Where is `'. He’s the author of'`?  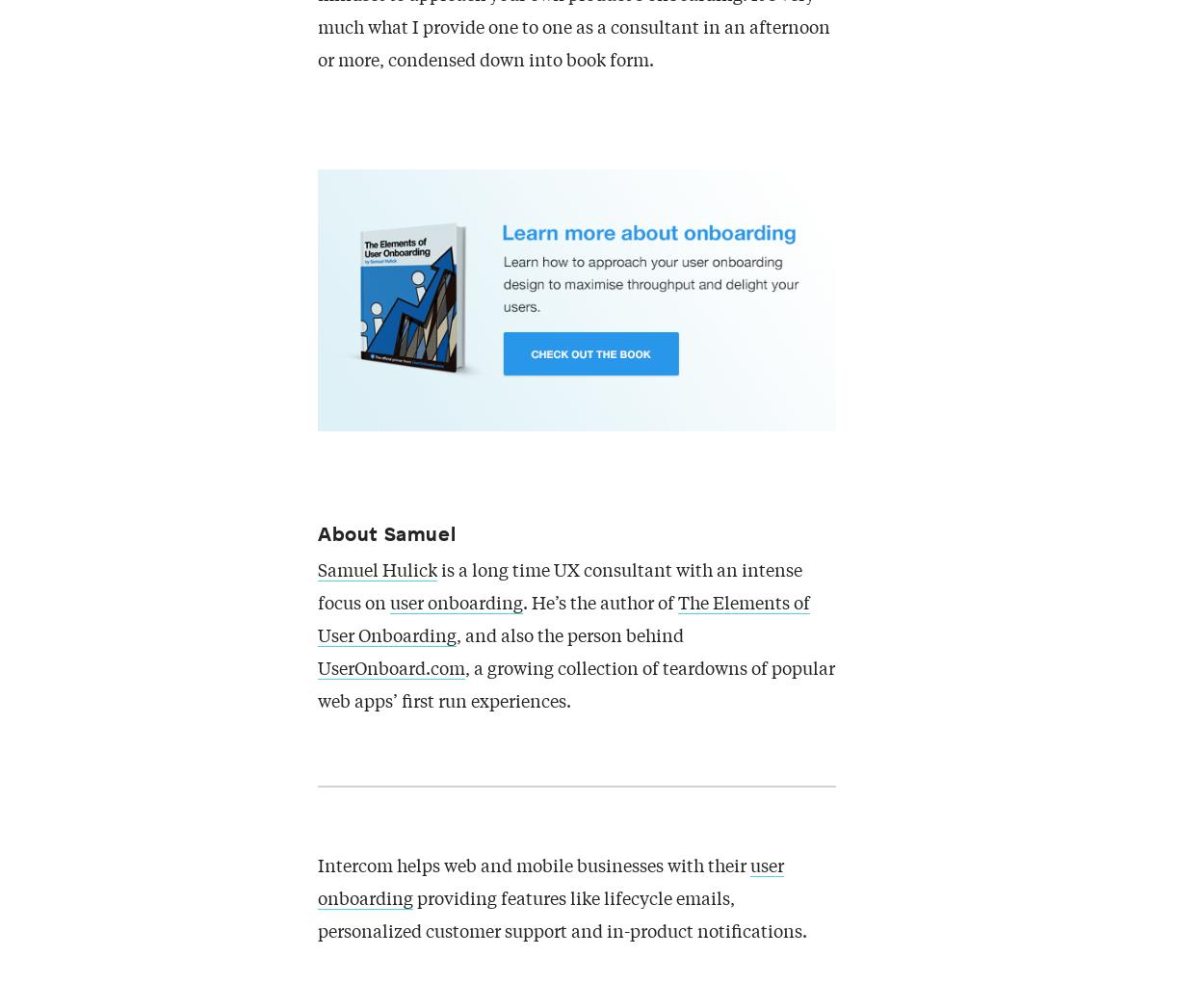
'. He’s the author of' is located at coordinates (599, 604).